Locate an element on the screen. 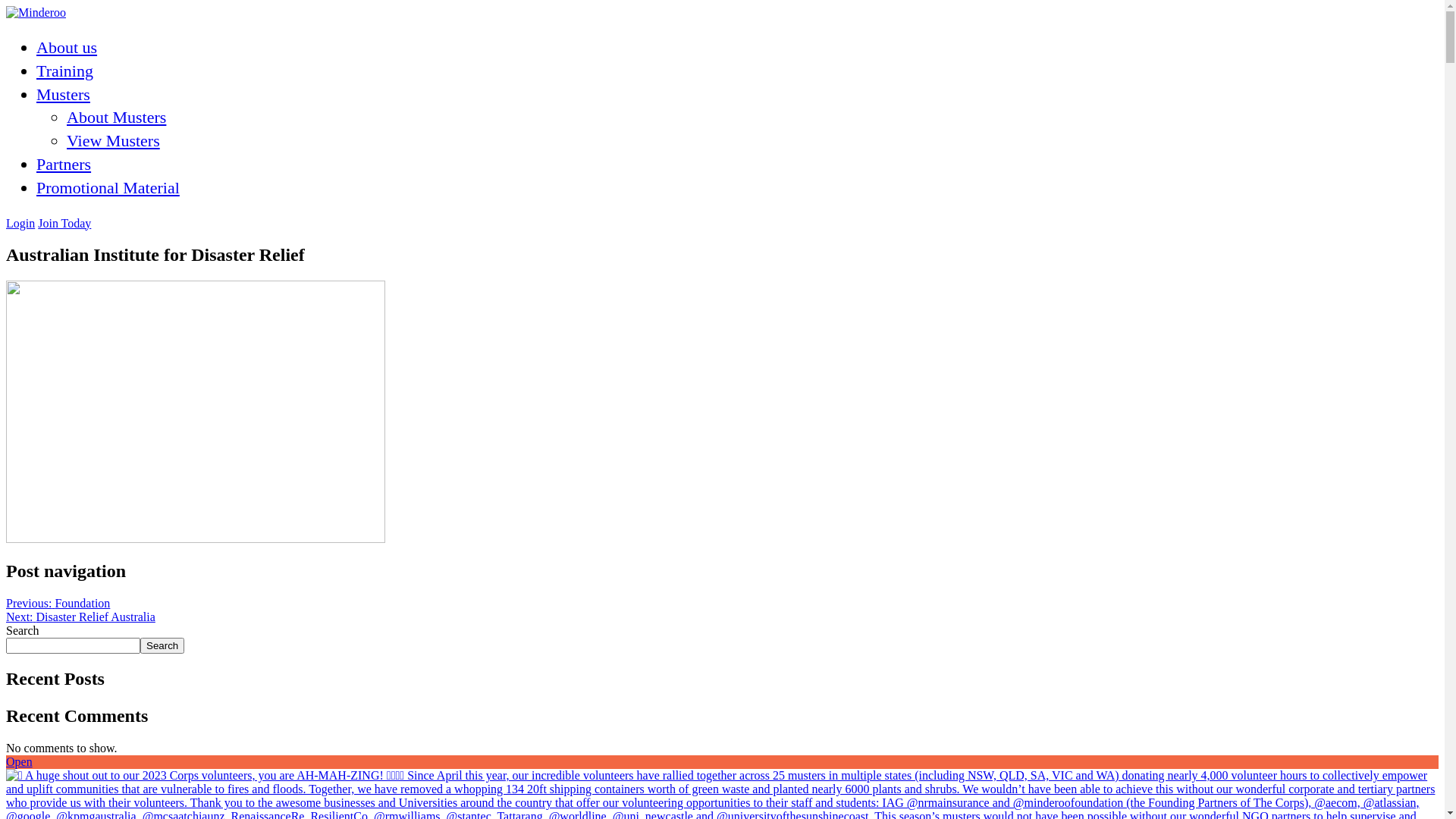  'About Musters' is located at coordinates (65, 116).